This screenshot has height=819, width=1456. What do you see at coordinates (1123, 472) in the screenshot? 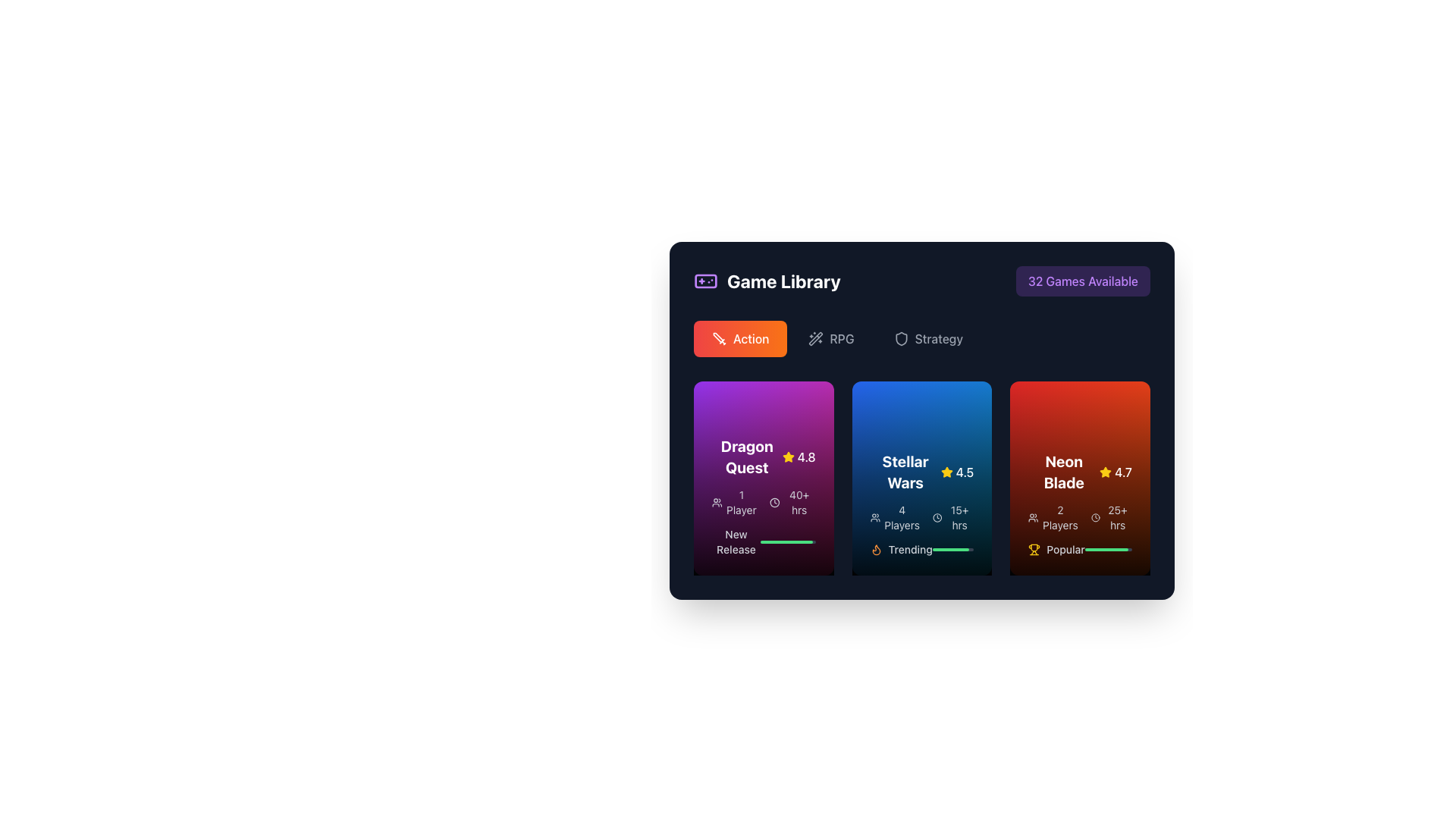
I see `the numeric rating text displaying '4.7' styled with a white font against a red background, located on the third card titled 'Neon Blade' in the Game Library section` at bounding box center [1123, 472].